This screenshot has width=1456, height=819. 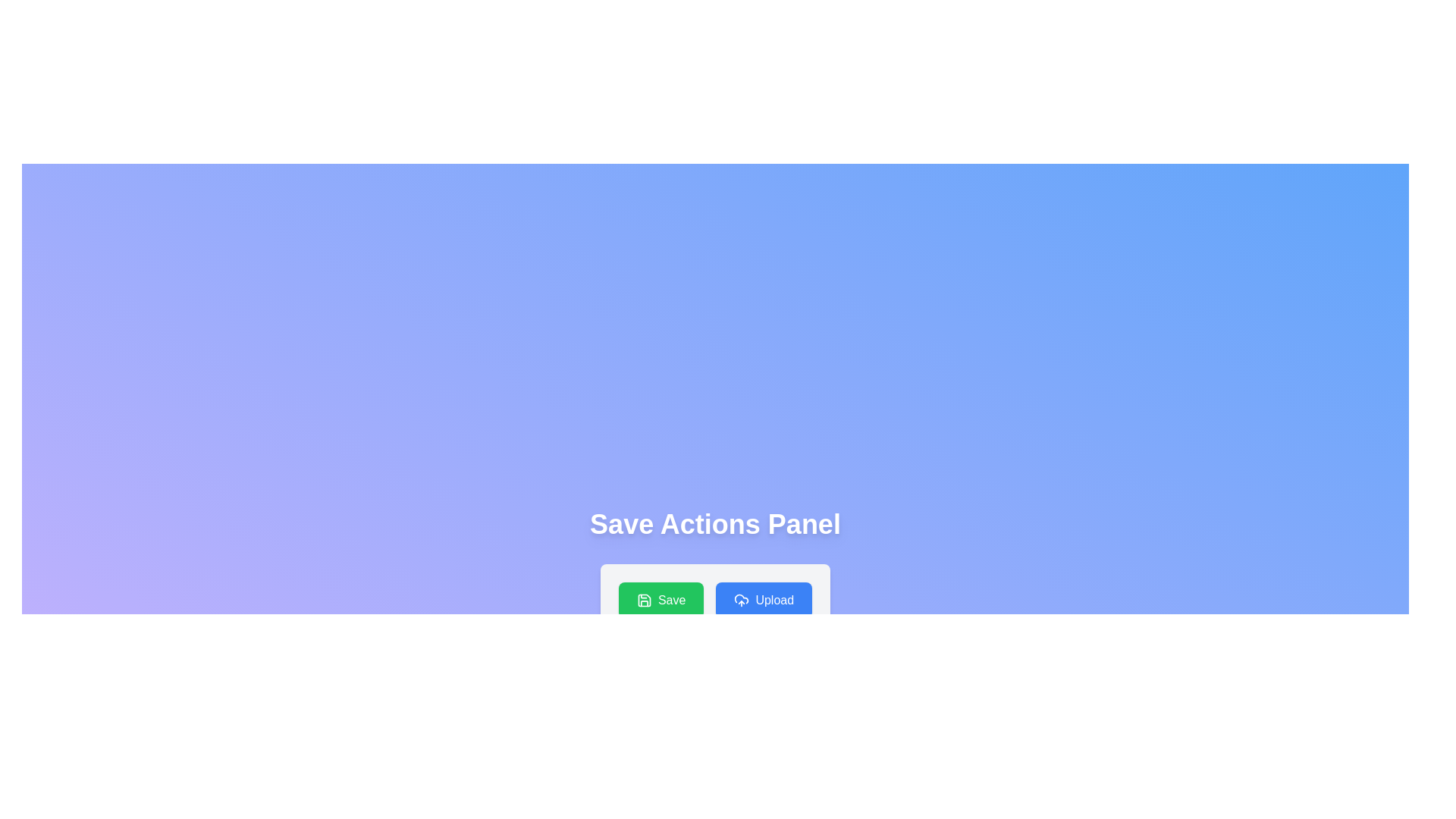 I want to click on the cloud upload icon within the 'Upload' button, which is styled with a simple flat design and located to the right of the 'Save' button in the main action panel, so click(x=742, y=598).